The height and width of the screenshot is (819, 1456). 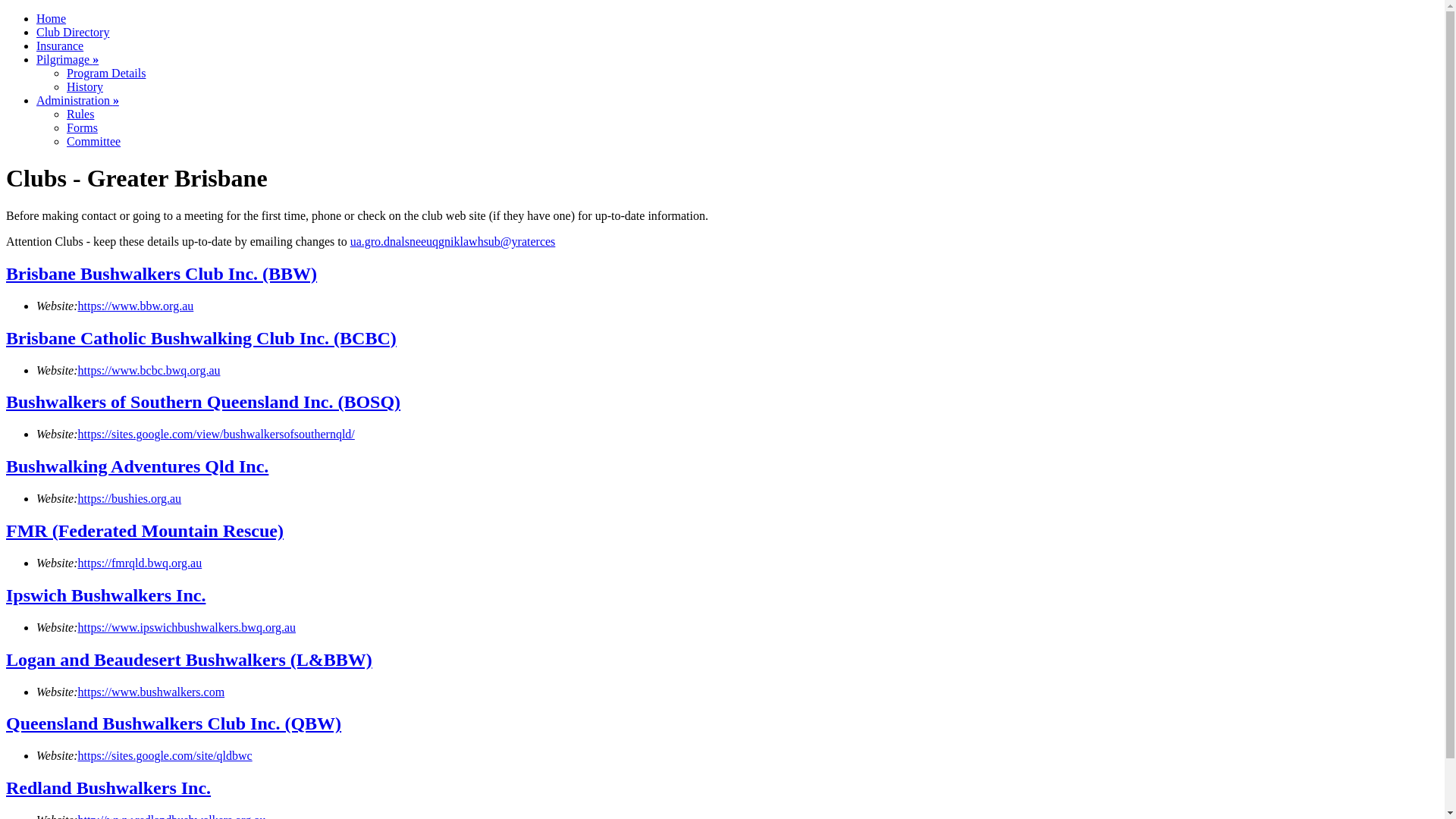 I want to click on 'FMR (Federated Mountain Rescue)', so click(x=6, y=529).